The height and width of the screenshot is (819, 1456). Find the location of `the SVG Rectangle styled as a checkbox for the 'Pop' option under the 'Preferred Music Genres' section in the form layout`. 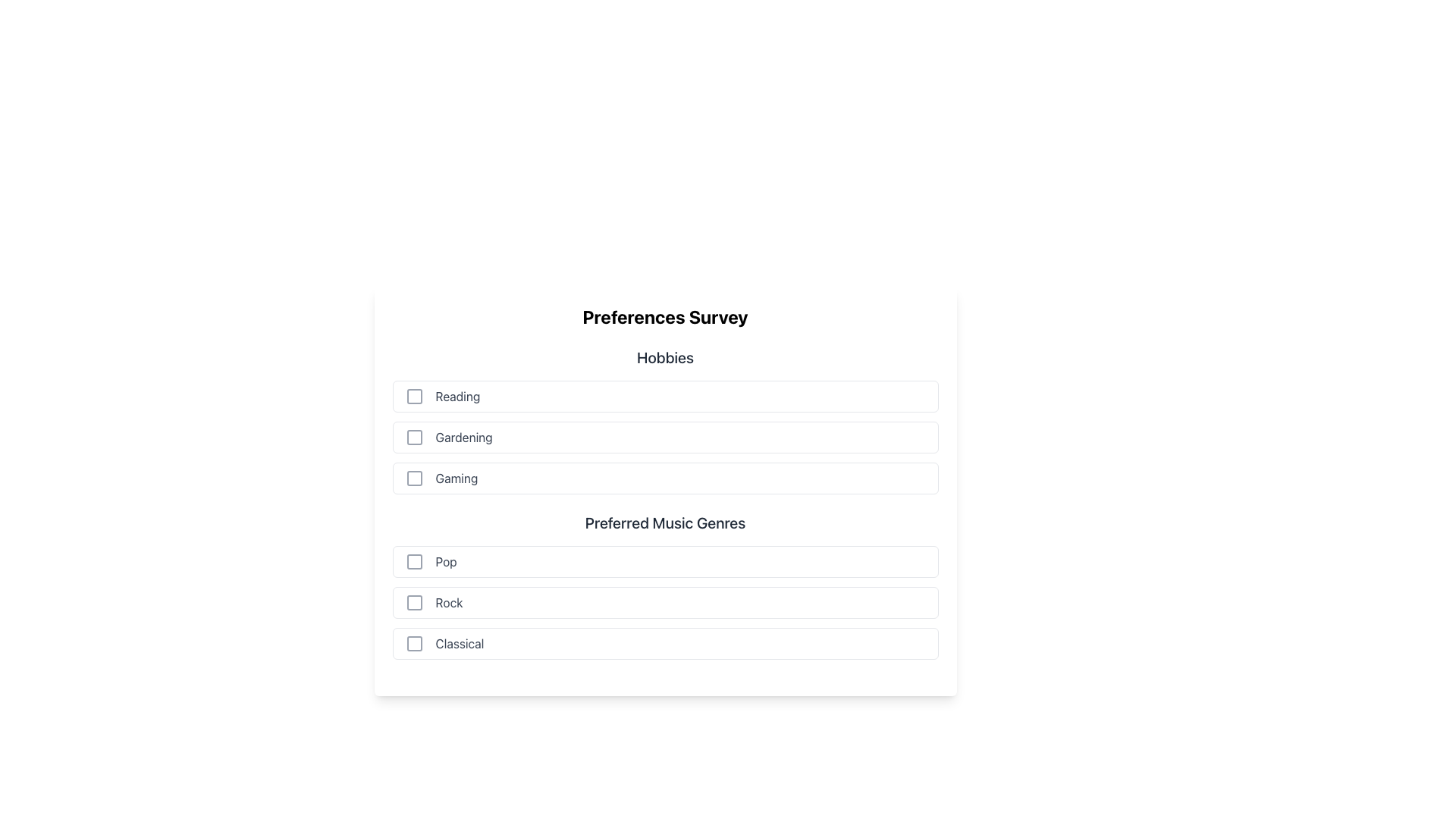

the SVG Rectangle styled as a checkbox for the 'Pop' option under the 'Preferred Music Genres' section in the form layout is located at coordinates (414, 561).